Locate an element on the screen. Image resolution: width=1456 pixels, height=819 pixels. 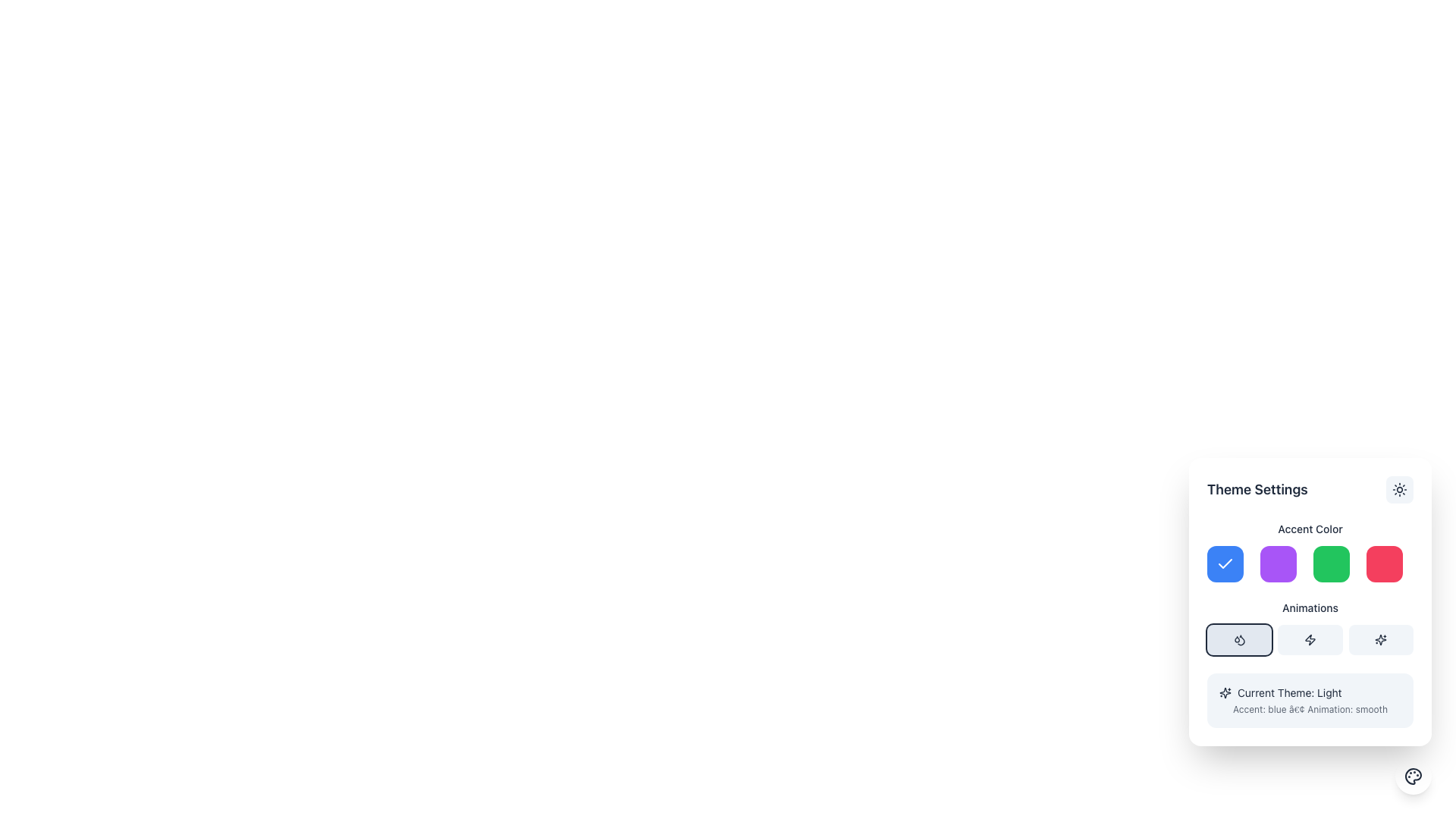
the first icon in the 'Animations' section of the 'Theme Settings' panel is located at coordinates (1239, 640).